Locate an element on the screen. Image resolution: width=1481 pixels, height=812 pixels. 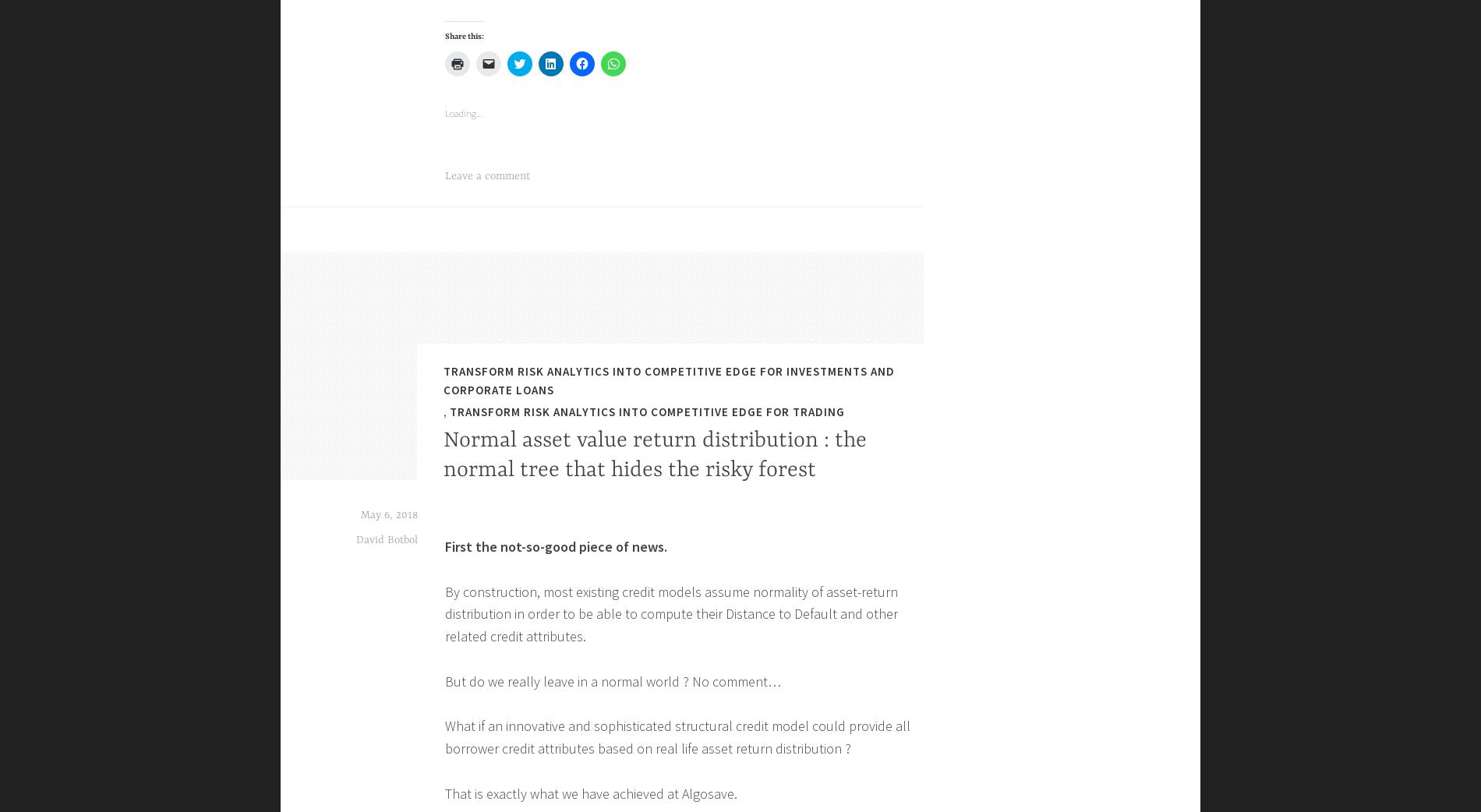
'Email' is located at coordinates (461, 270).